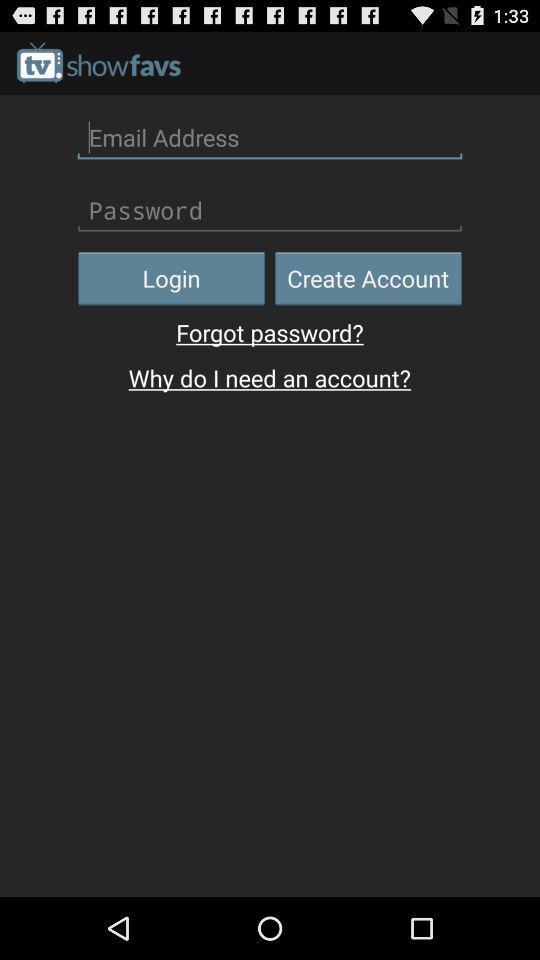 The width and height of the screenshot is (540, 960). What do you see at coordinates (270, 210) in the screenshot?
I see `password` at bounding box center [270, 210].